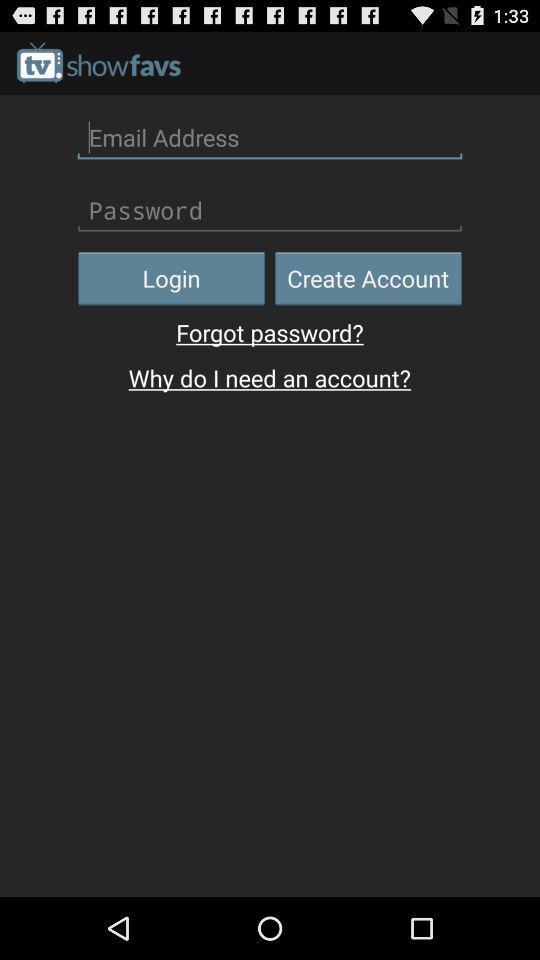 The width and height of the screenshot is (540, 960). What do you see at coordinates (270, 210) in the screenshot?
I see `password` at bounding box center [270, 210].